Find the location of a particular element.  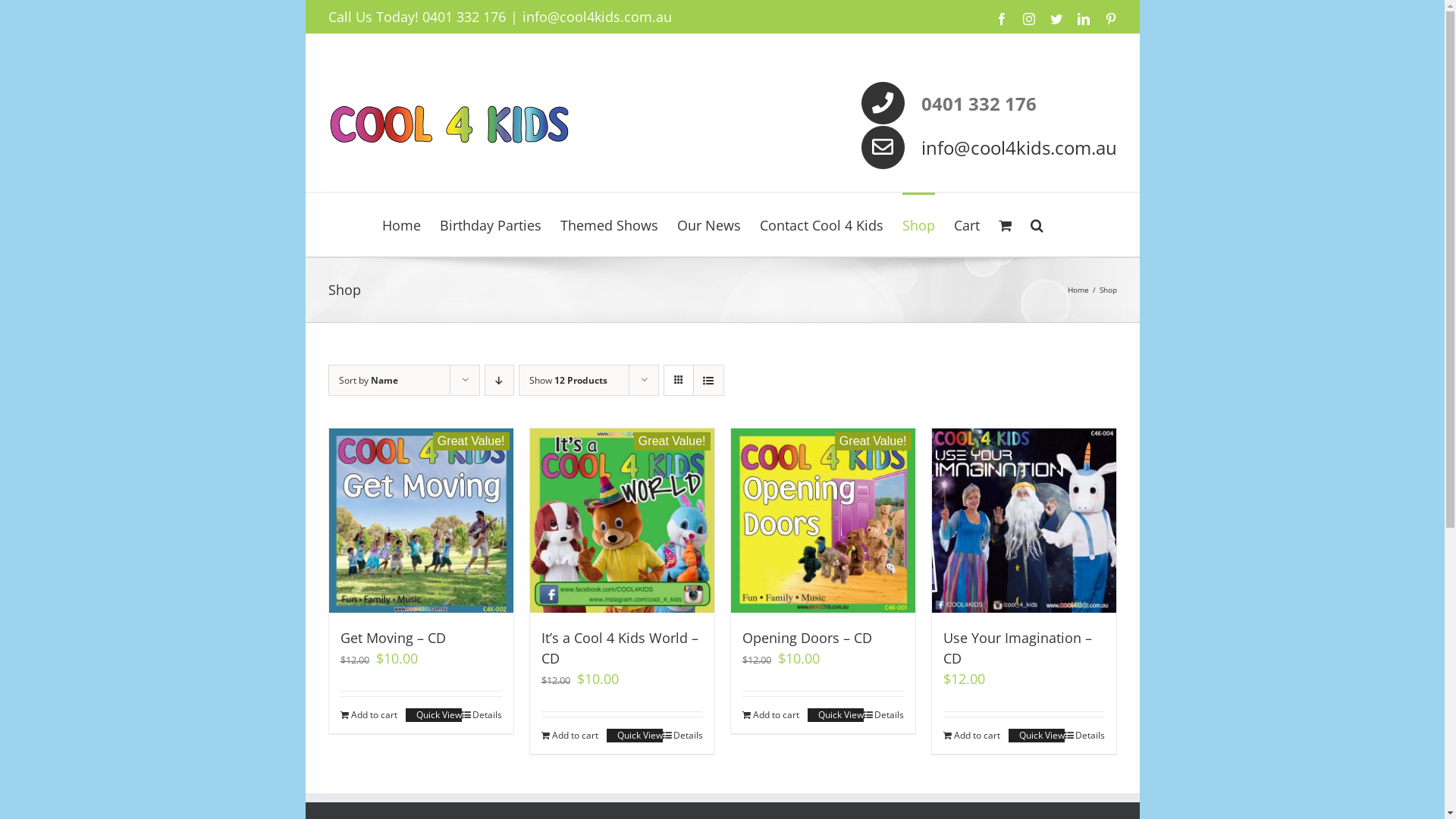

'Sort by Name' is located at coordinates (337, 379).